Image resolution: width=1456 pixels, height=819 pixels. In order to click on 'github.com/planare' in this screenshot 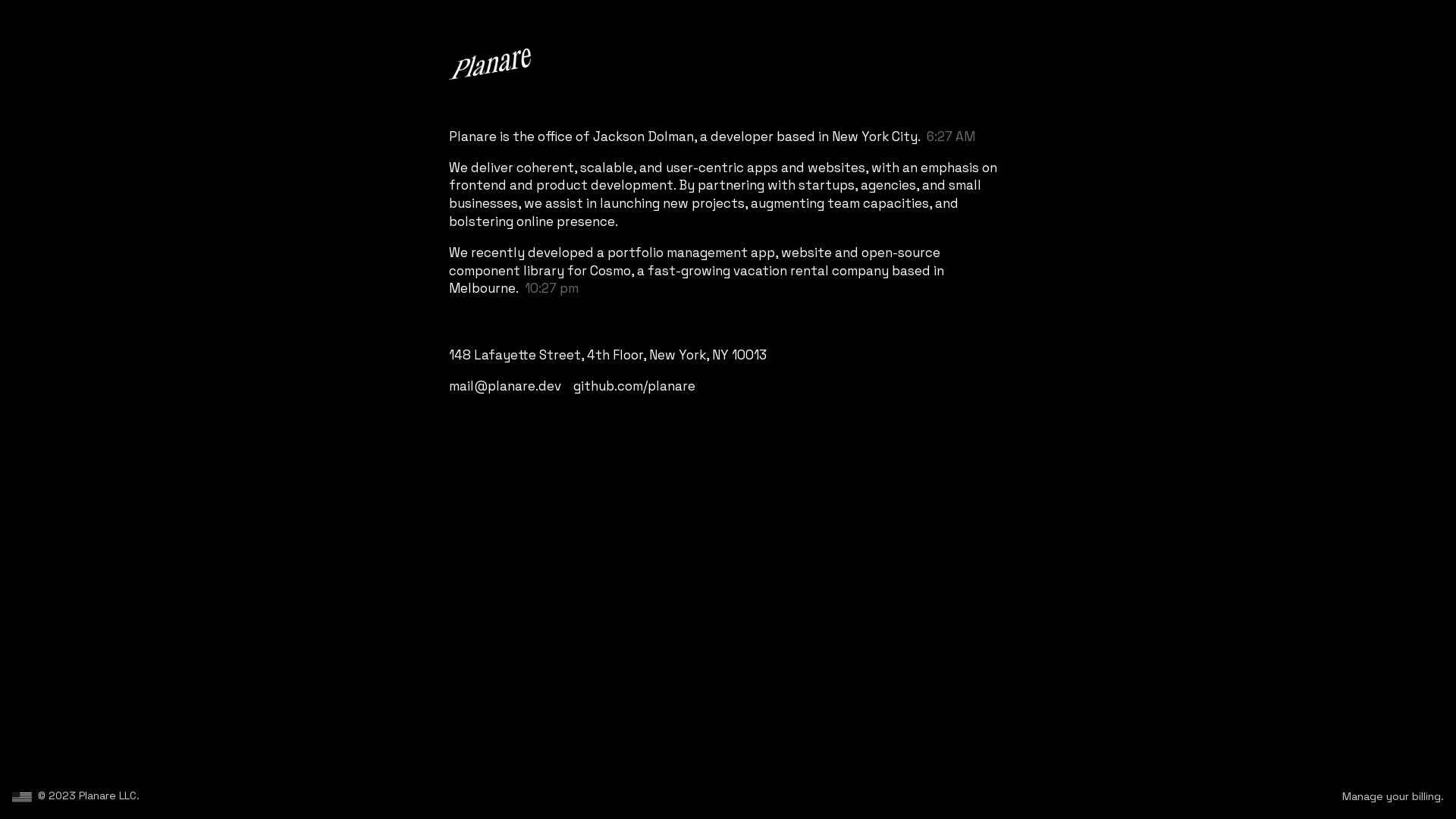, I will do `click(634, 385)`.